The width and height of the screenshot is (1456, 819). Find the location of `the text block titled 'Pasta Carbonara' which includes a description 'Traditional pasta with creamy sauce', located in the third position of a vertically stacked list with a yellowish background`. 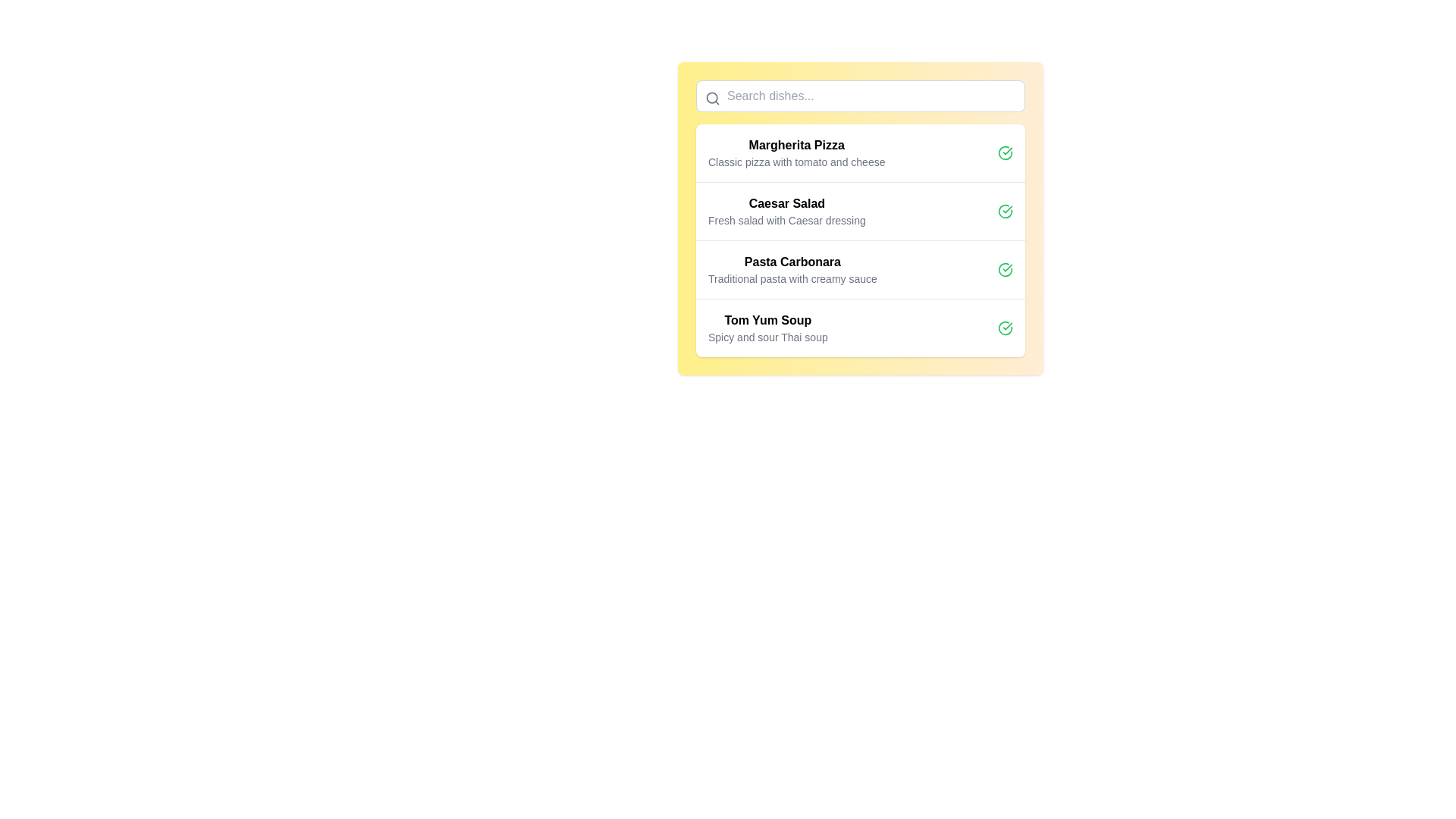

the text block titled 'Pasta Carbonara' which includes a description 'Traditional pasta with creamy sauce', located in the third position of a vertically stacked list with a yellowish background is located at coordinates (792, 268).